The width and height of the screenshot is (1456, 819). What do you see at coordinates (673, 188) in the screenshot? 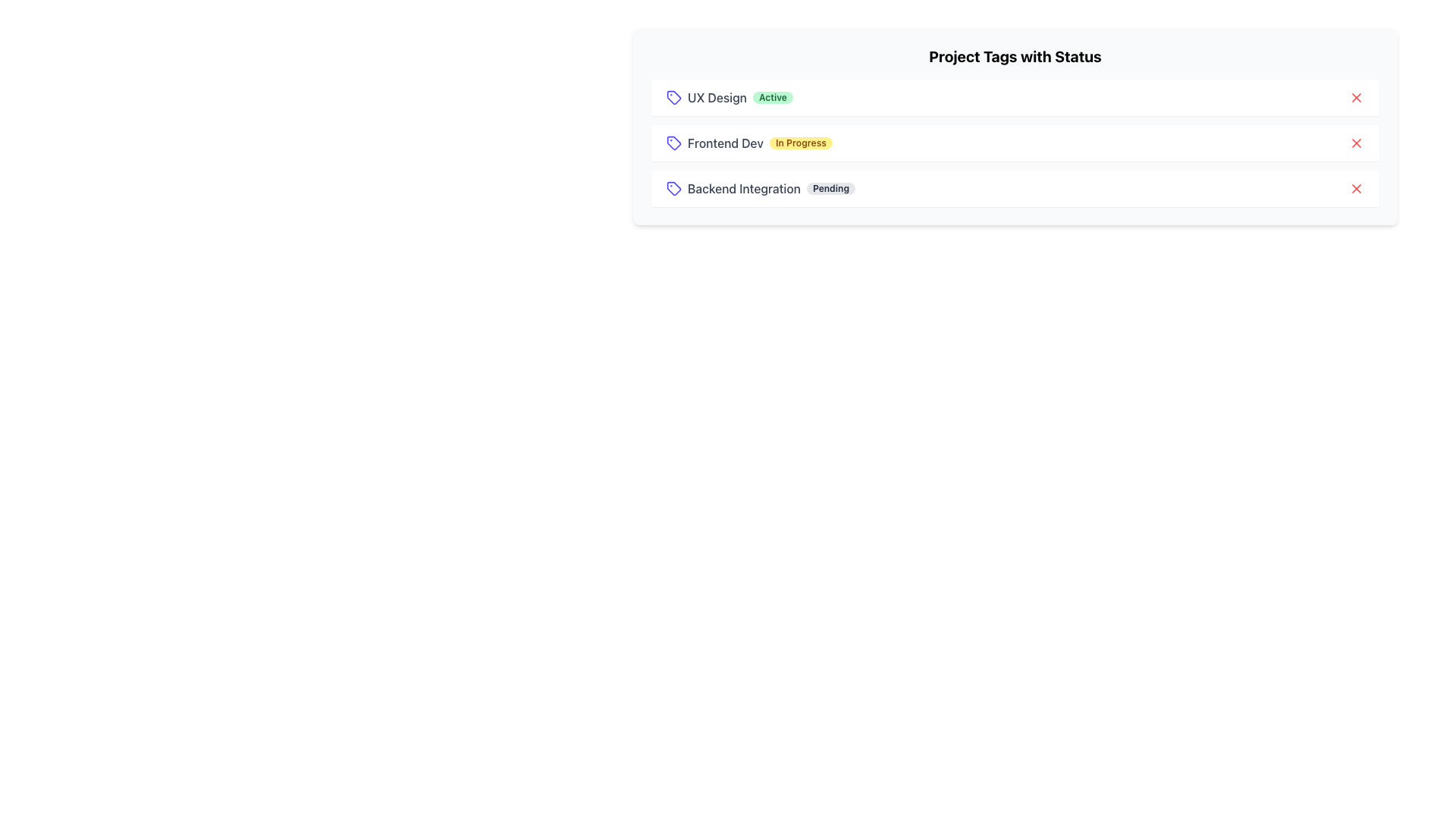
I see `the angular-shaped tag icon located next to the 'Pending' label in the 'Backend Integration' line item` at bounding box center [673, 188].